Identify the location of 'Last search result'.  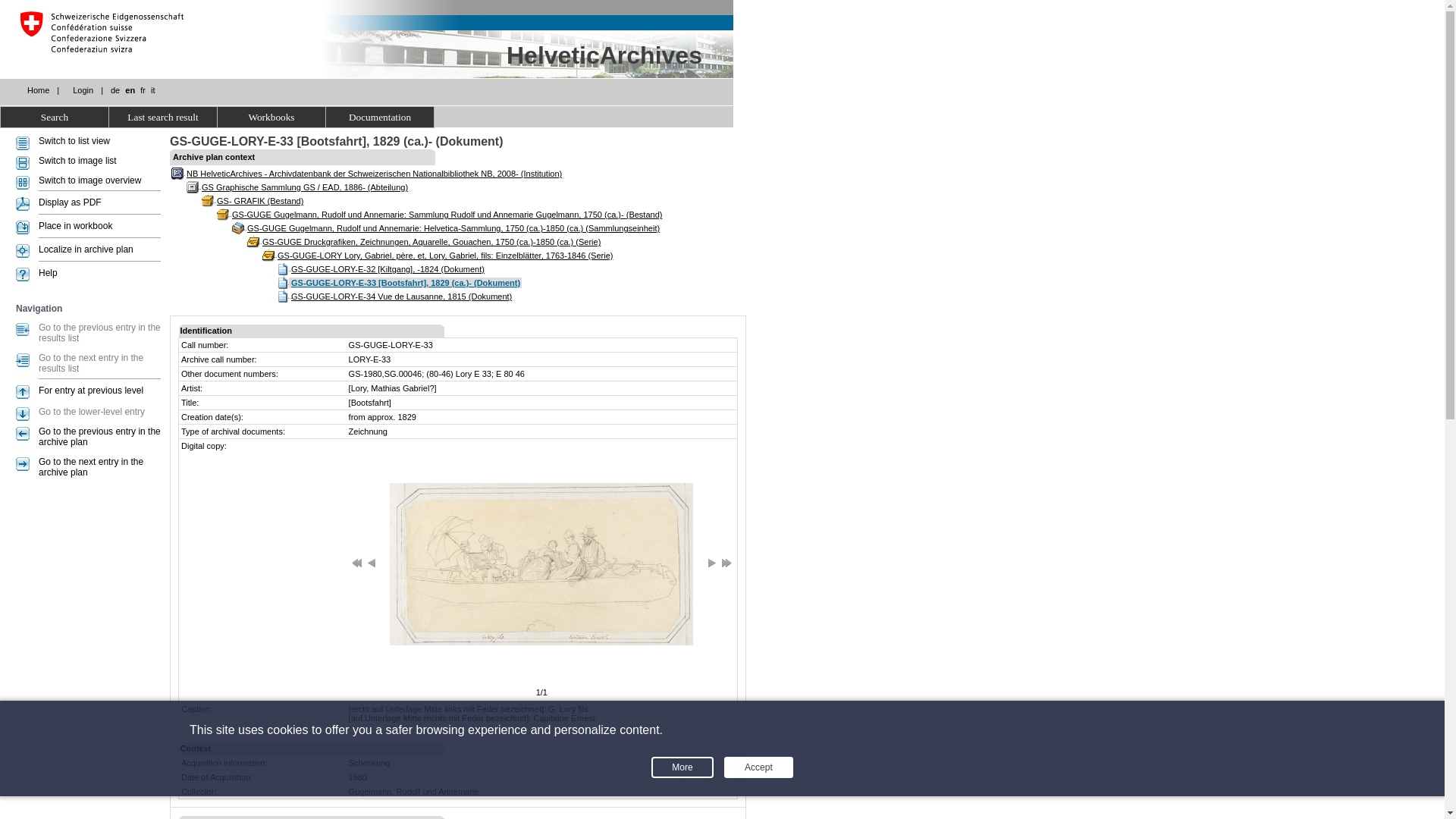
(163, 116).